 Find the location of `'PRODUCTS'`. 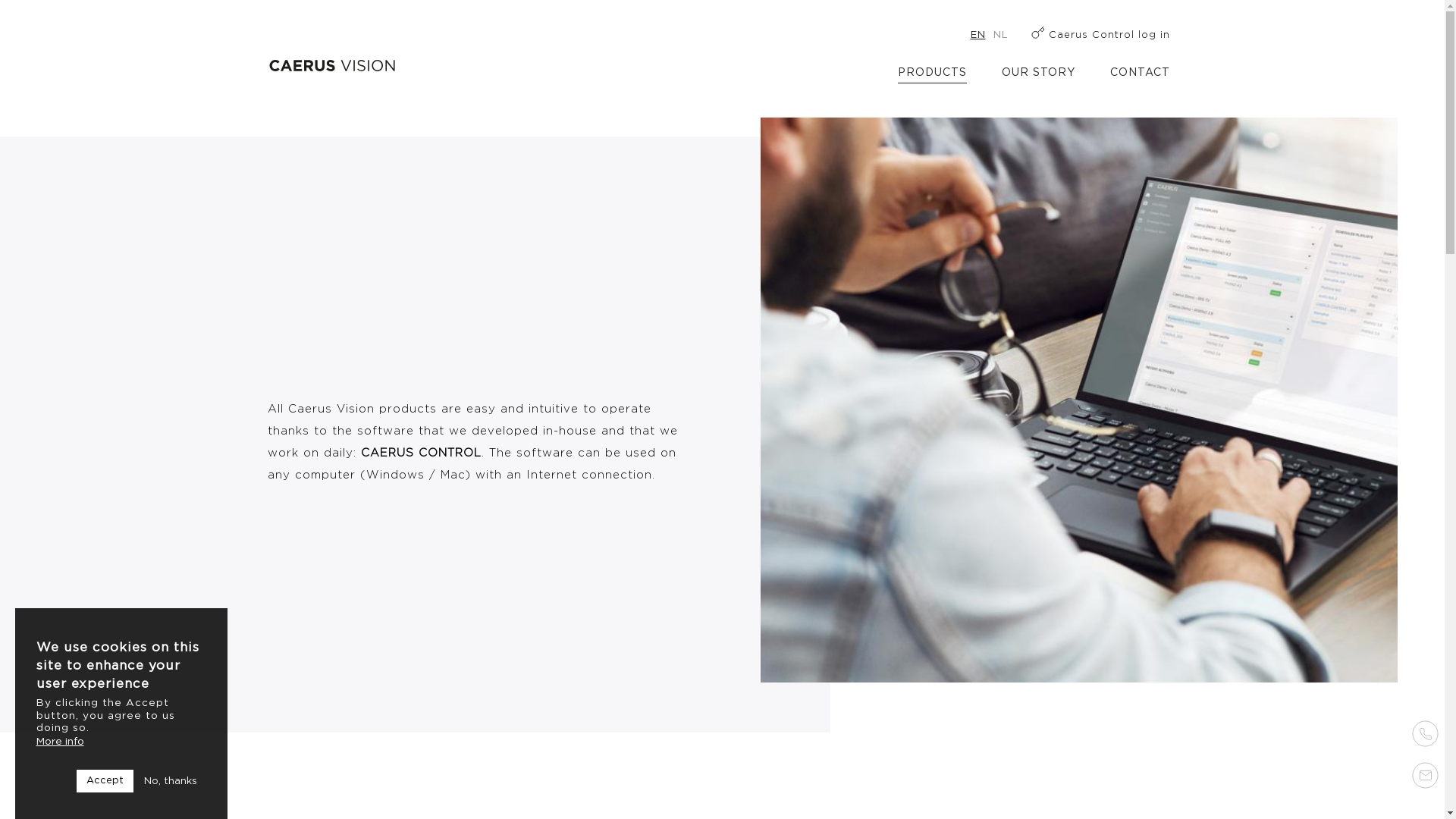

'PRODUCTS' is located at coordinates (931, 76).